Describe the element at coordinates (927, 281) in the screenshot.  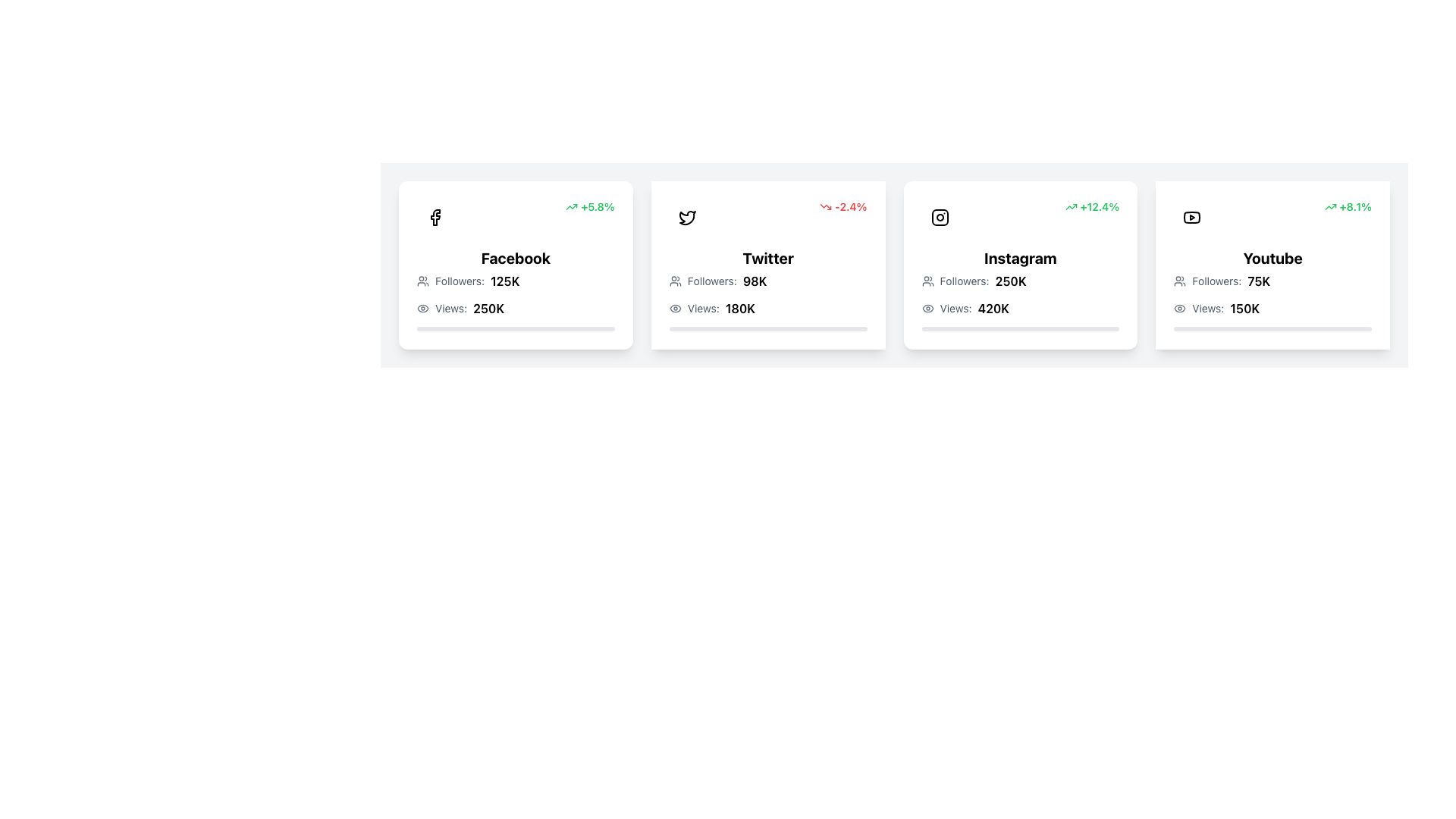
I see `the follower count icon located in the Instagram statistics card, which is adjacent to the text 'Followers: 250K'` at that location.